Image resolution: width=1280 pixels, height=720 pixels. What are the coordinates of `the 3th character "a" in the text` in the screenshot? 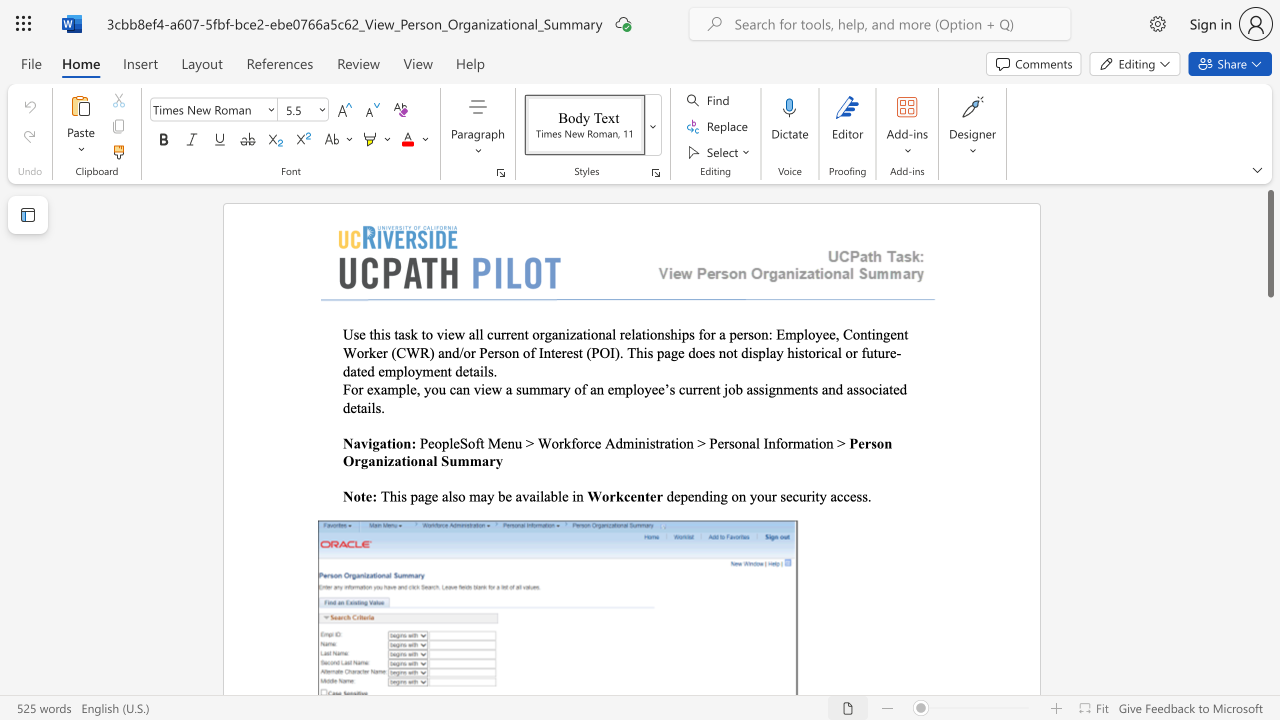 It's located at (509, 389).